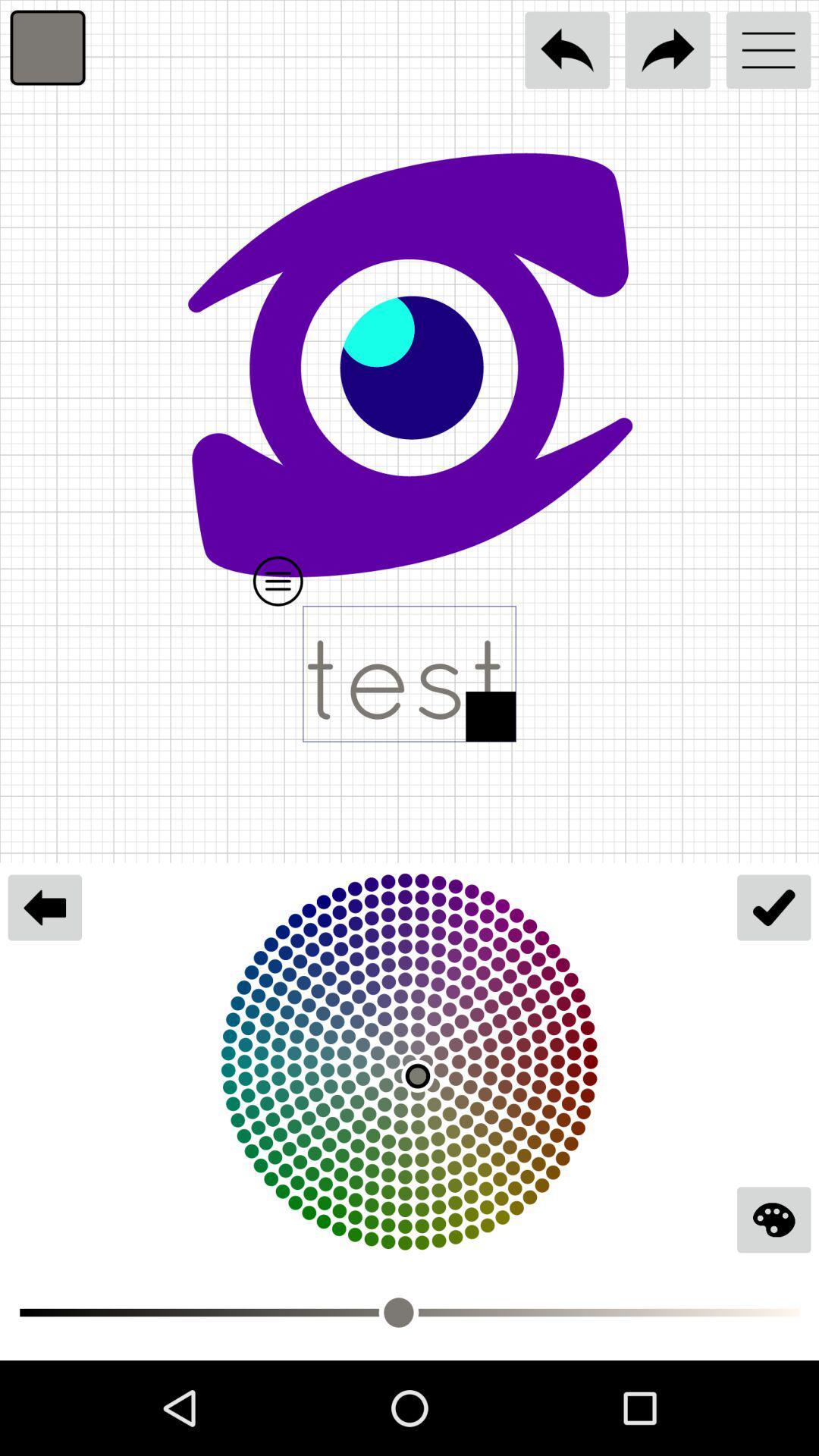 Image resolution: width=819 pixels, height=1456 pixels. What do you see at coordinates (44, 907) in the screenshot?
I see `the arrow_backward icon` at bounding box center [44, 907].